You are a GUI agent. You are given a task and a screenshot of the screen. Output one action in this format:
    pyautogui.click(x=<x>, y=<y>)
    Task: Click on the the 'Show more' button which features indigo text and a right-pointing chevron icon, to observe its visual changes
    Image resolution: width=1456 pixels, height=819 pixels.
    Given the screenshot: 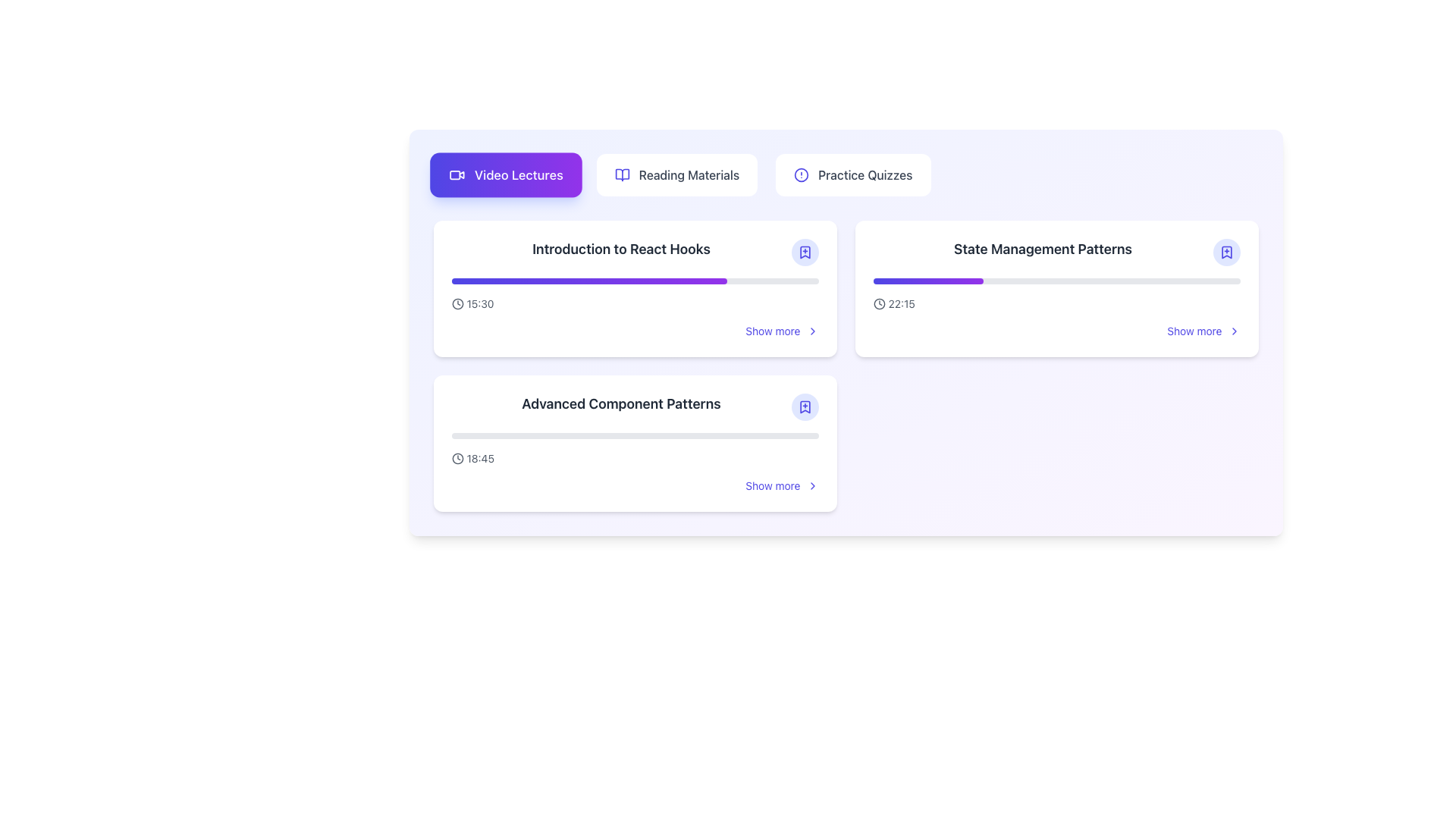 What is the action you would take?
    pyautogui.click(x=782, y=330)
    